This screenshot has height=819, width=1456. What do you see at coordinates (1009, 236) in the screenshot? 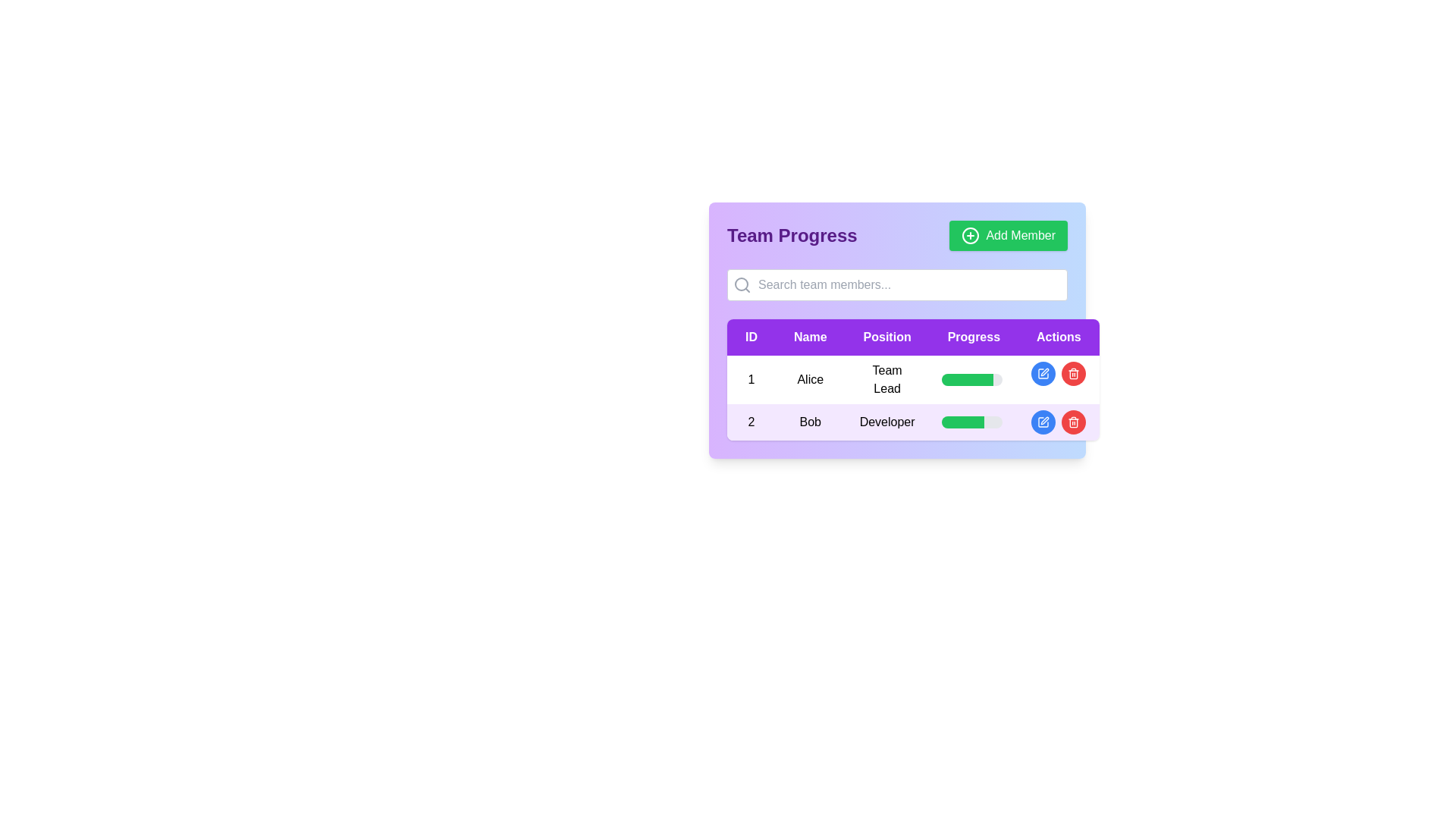
I see `the 'Add Member' button with a green background and a plus sign icon` at bounding box center [1009, 236].